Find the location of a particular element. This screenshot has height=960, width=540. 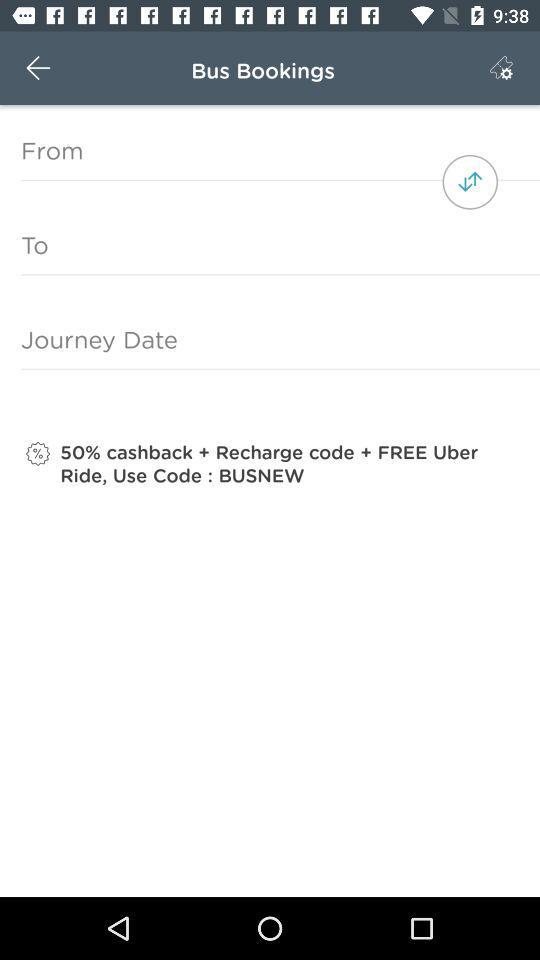

the item next to bus bookings item is located at coordinates (500, 68).